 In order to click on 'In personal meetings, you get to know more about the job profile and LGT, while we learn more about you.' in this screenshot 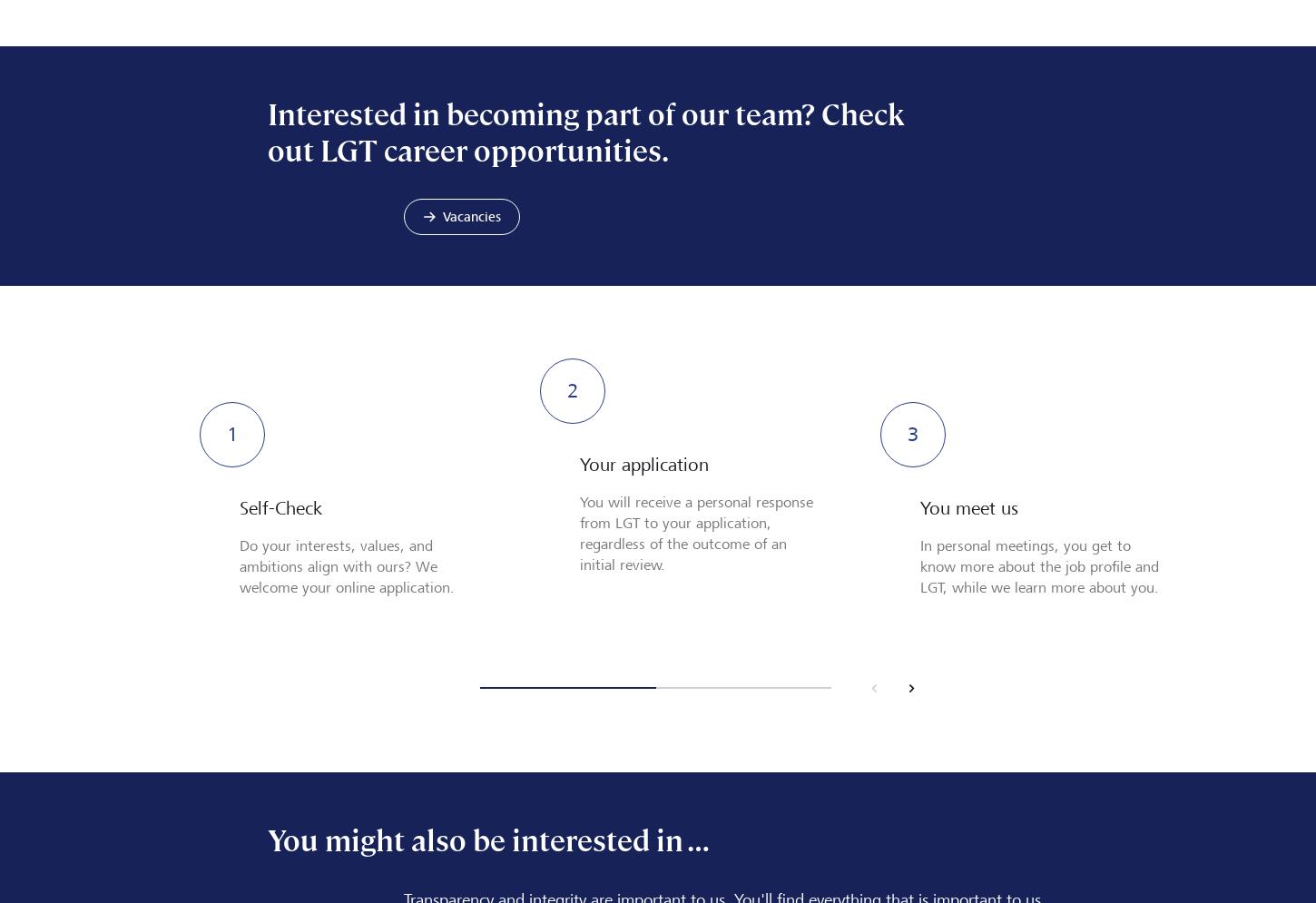, I will do `click(1038, 565)`.